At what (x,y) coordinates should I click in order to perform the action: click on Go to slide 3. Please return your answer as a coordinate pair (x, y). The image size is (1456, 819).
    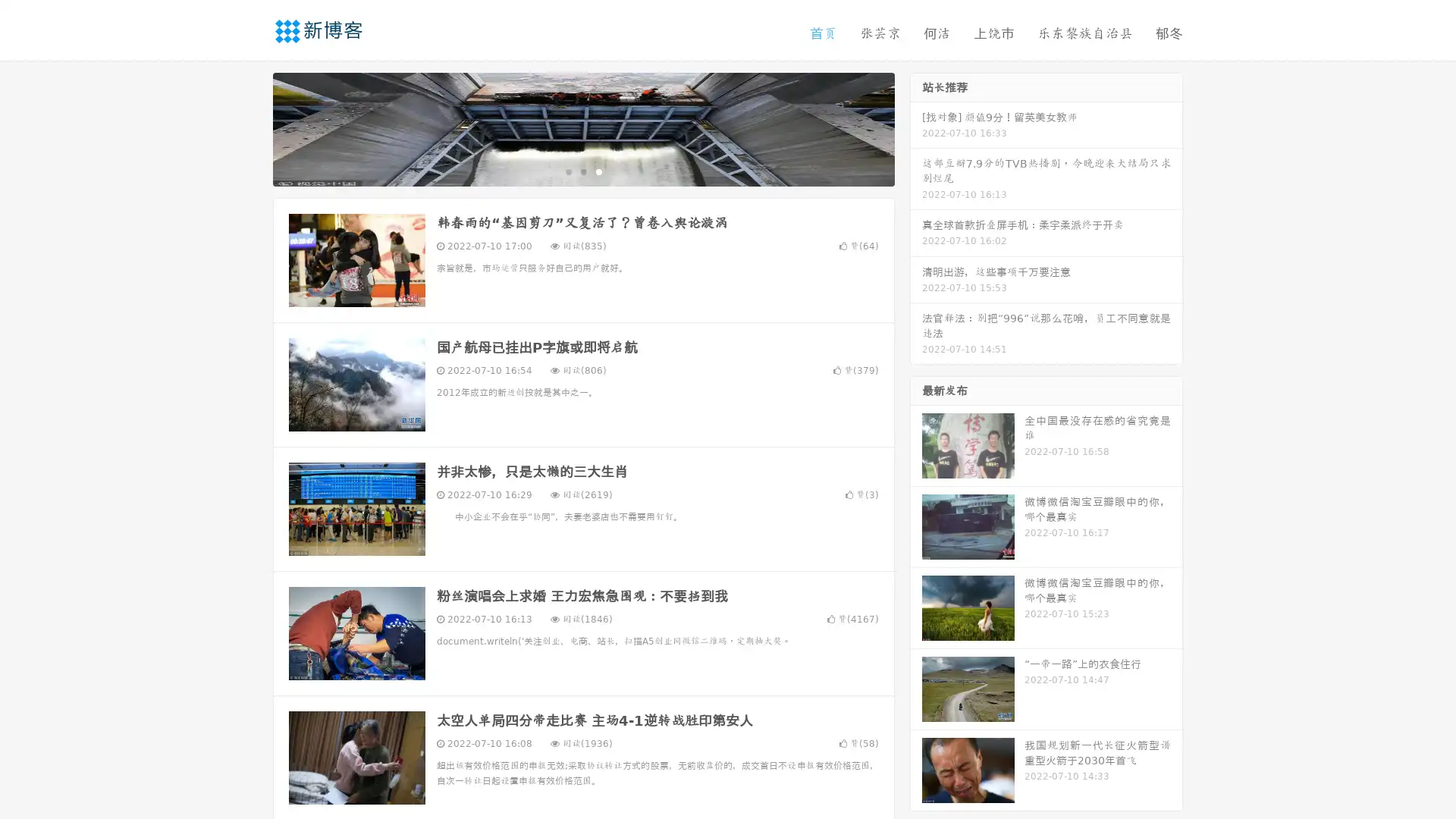
    Looking at the image, I should click on (598, 171).